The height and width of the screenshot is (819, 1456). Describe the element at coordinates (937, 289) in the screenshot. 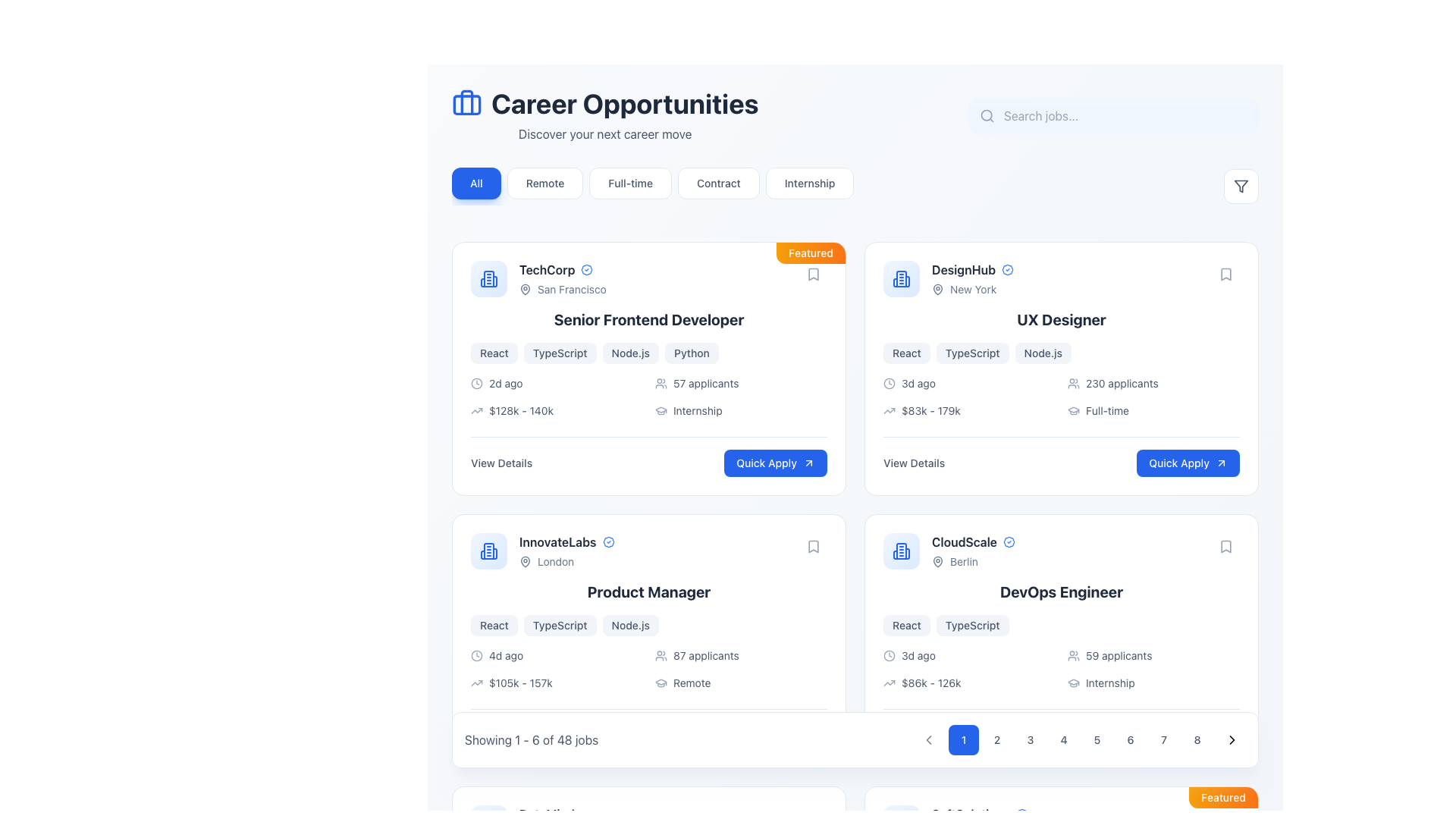

I see `the geographical location icon located to the left of the text 'New York' within the DesignHub card in the job postings grid` at that location.